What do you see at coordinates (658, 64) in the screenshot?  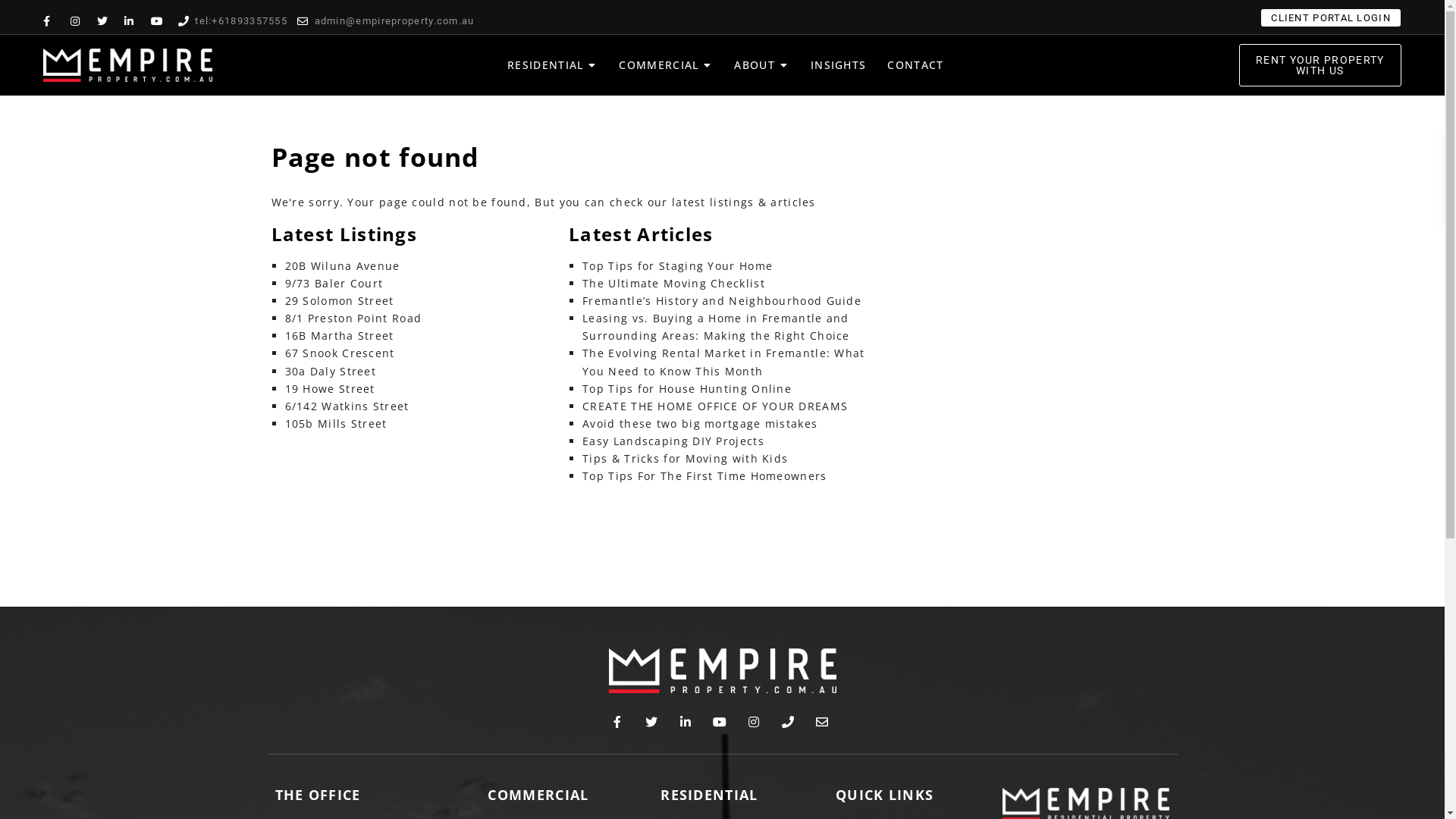 I see `'COMMERCIAL'` at bounding box center [658, 64].